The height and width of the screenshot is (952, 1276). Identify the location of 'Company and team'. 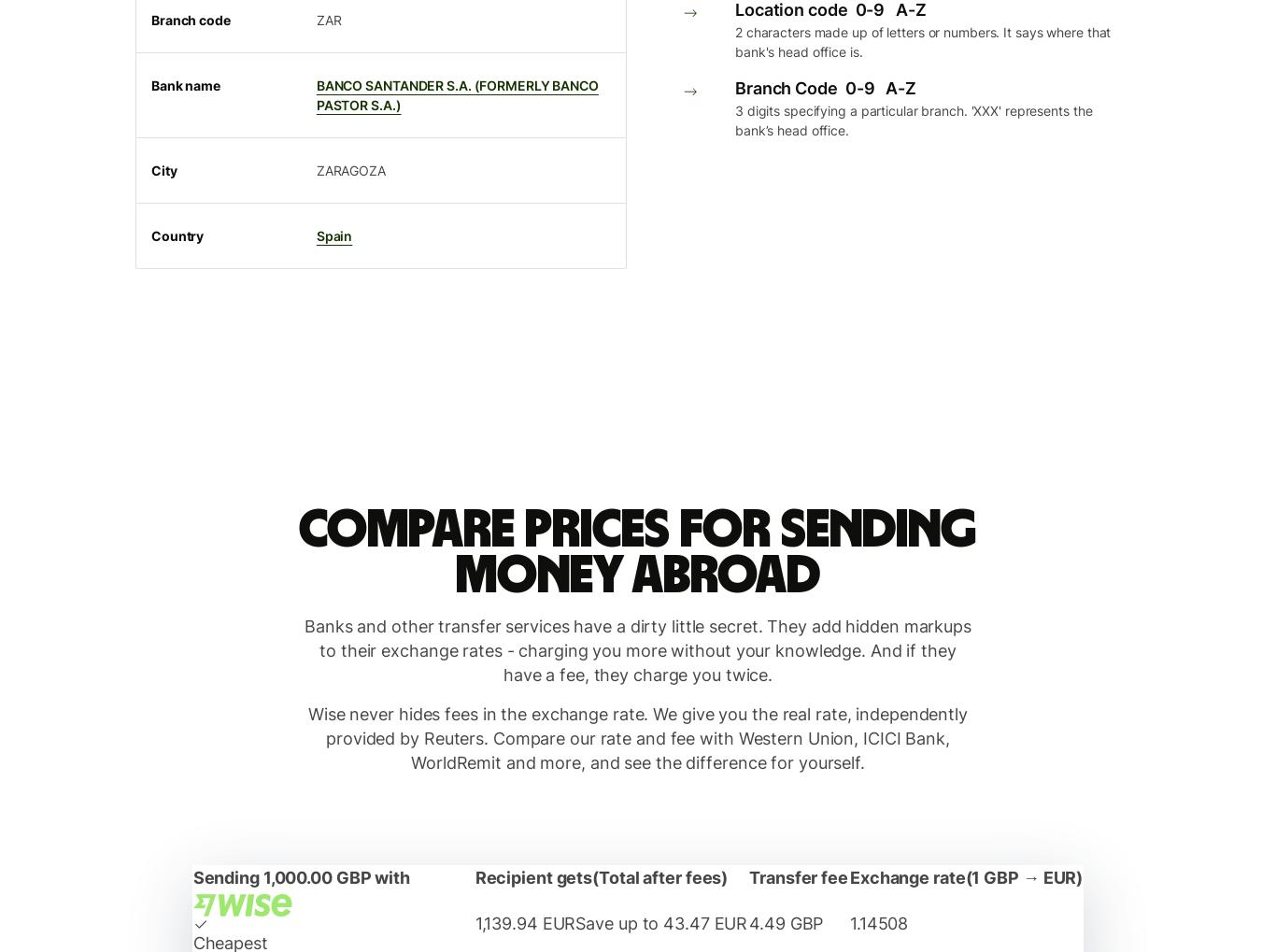
(182, 25).